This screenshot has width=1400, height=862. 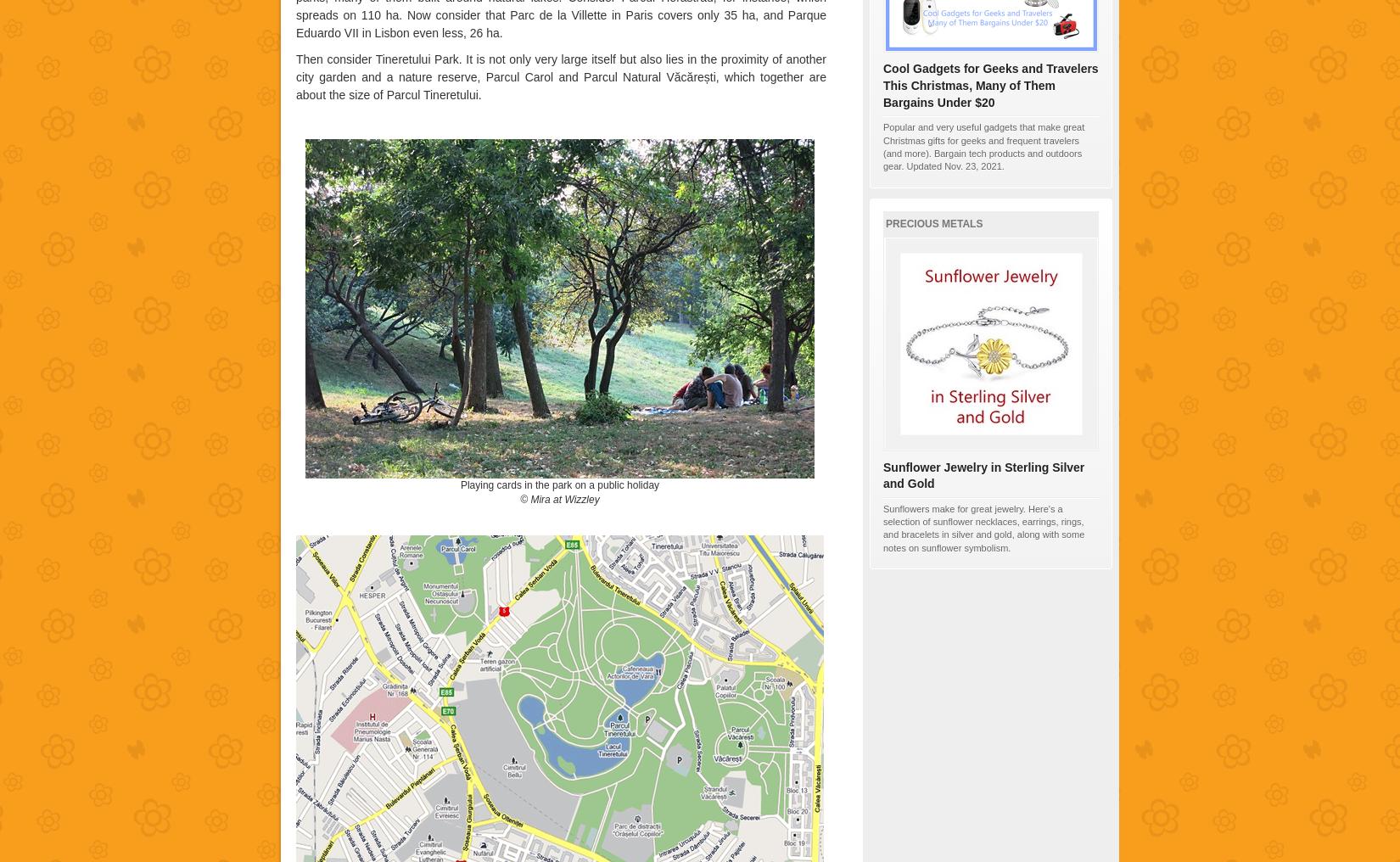 I want to click on 'Sunflowers make for great jewelry. Here's a selection of sunflower necklaces, earrings, rings, and bracelets in silver and gold, along with some notes on sunflower symbolism.', so click(x=882, y=527).